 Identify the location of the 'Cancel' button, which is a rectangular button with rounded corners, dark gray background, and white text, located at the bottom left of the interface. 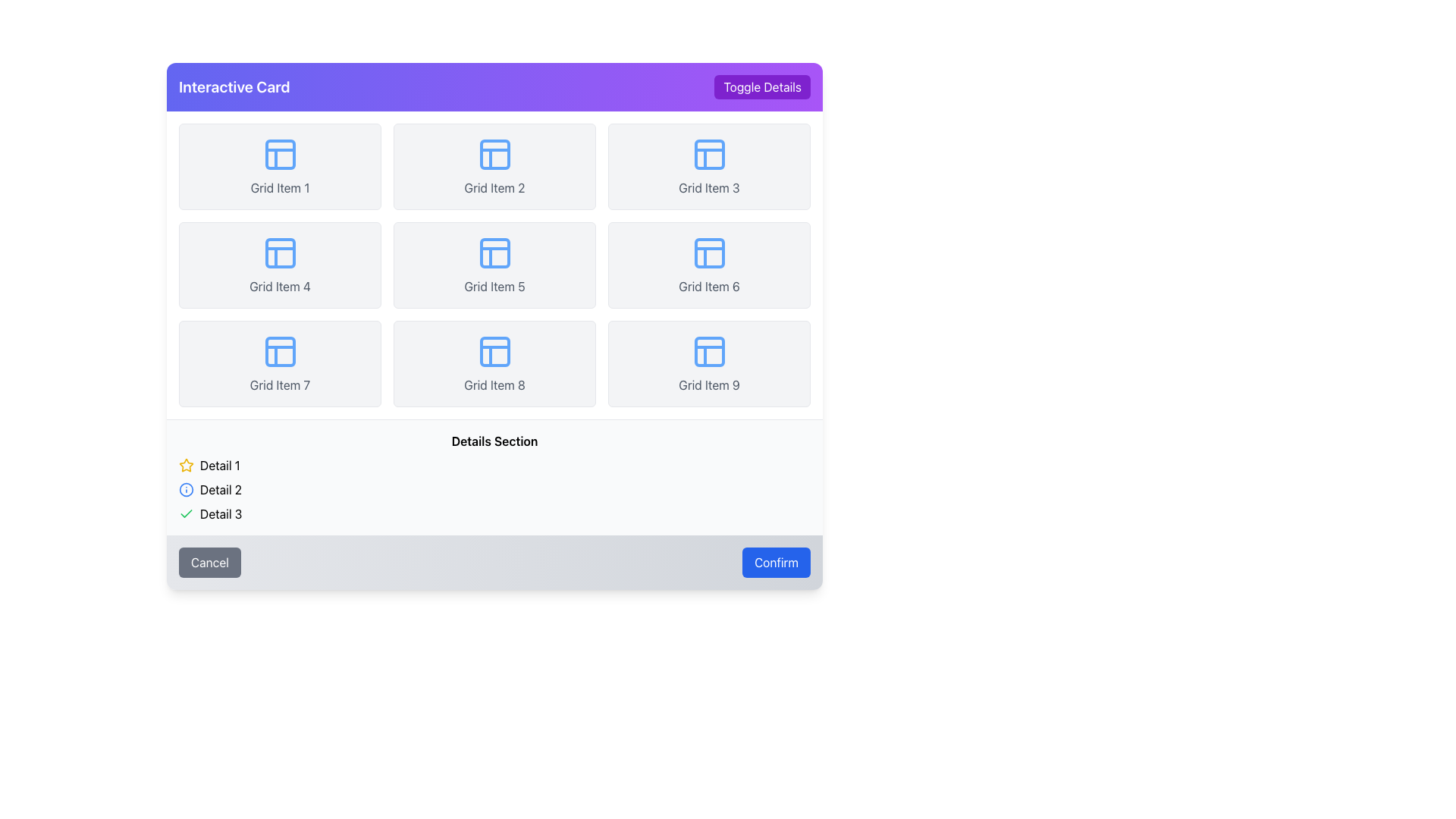
(209, 562).